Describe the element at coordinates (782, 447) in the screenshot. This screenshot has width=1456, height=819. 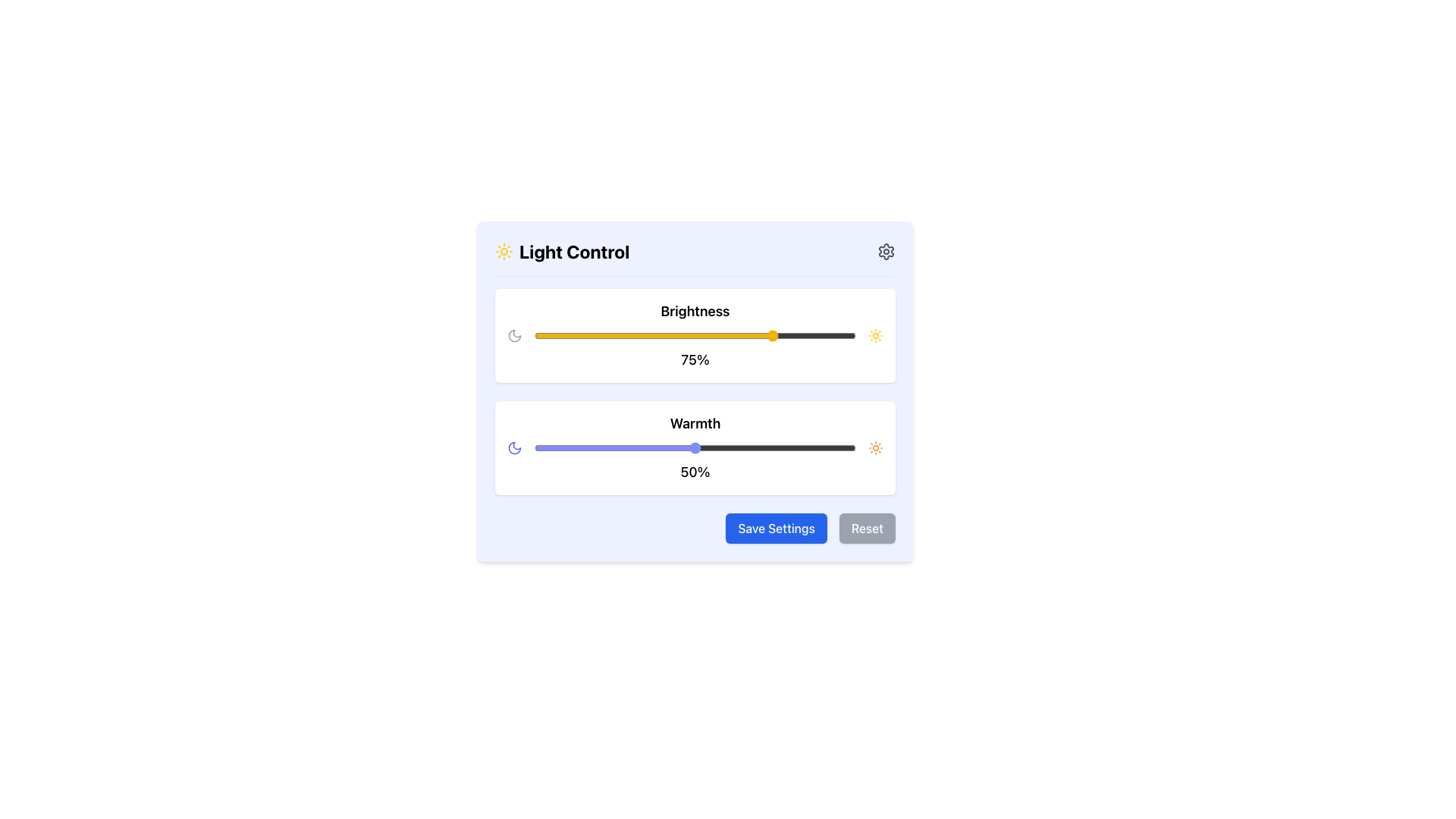
I see `warmth` at that location.